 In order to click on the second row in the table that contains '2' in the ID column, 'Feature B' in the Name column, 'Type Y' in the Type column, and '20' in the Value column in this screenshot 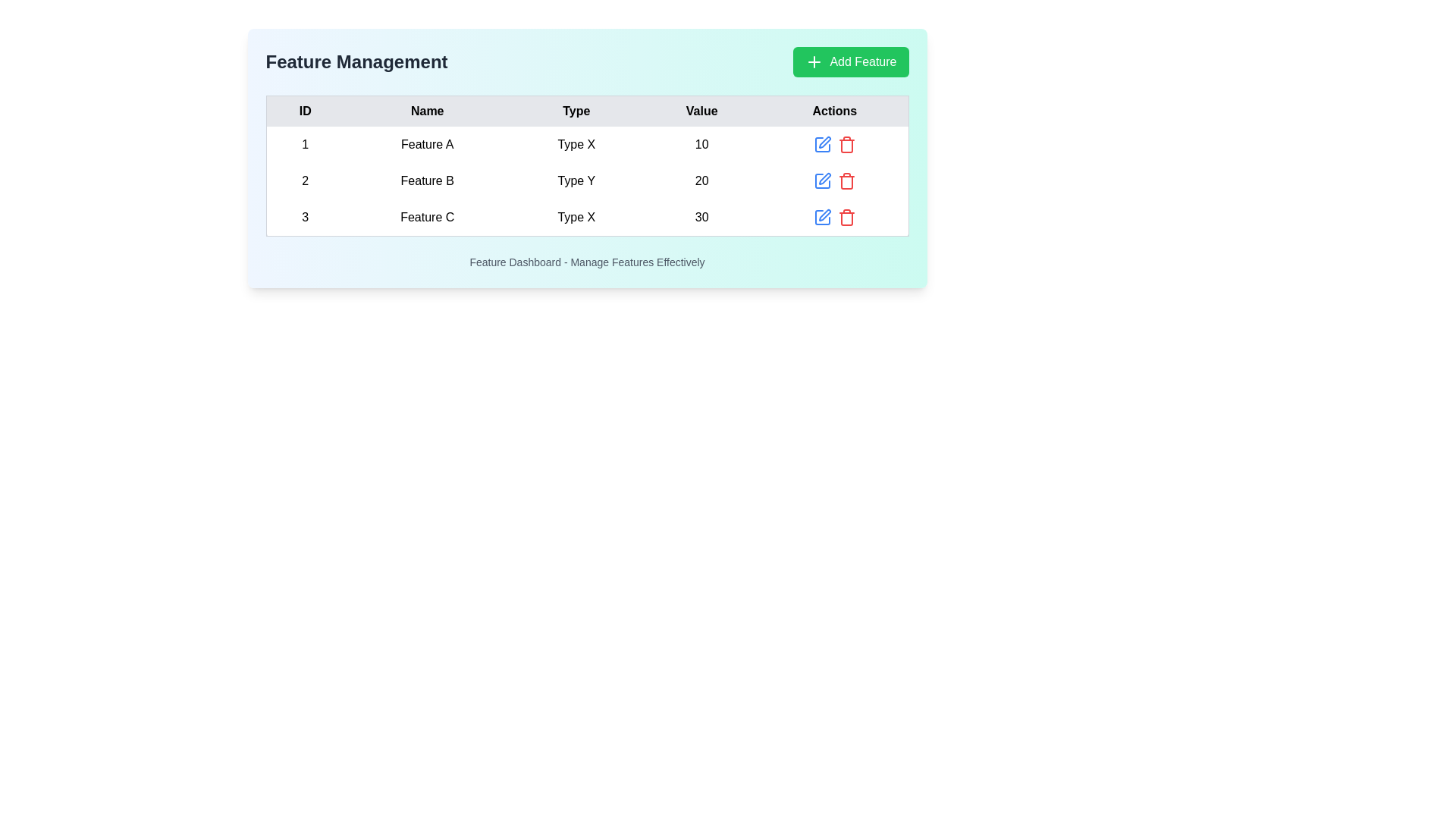, I will do `click(586, 180)`.